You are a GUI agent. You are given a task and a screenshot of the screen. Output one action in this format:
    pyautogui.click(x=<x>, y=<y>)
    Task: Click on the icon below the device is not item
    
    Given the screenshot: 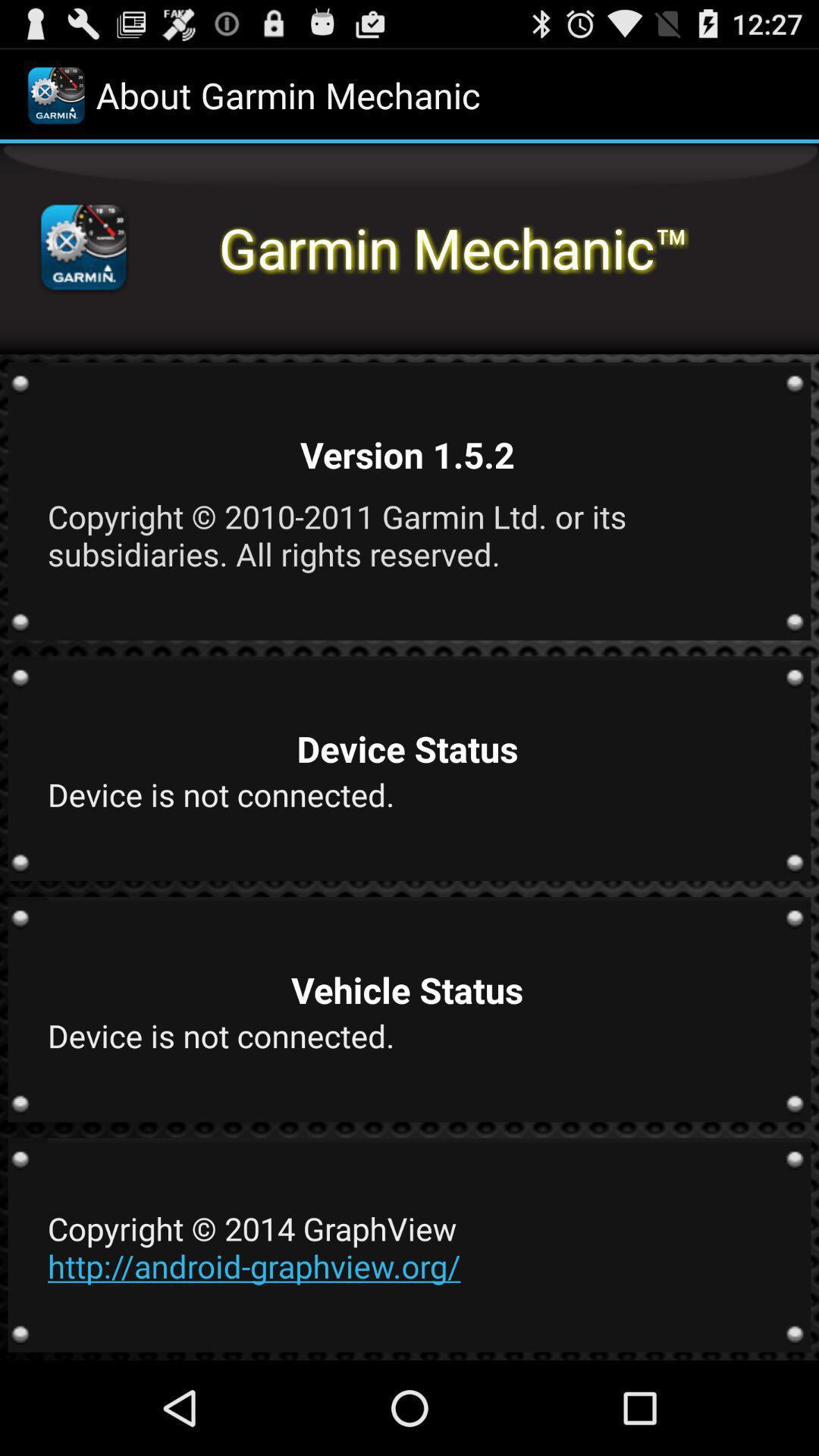 What is the action you would take?
    pyautogui.click(x=406, y=1247)
    